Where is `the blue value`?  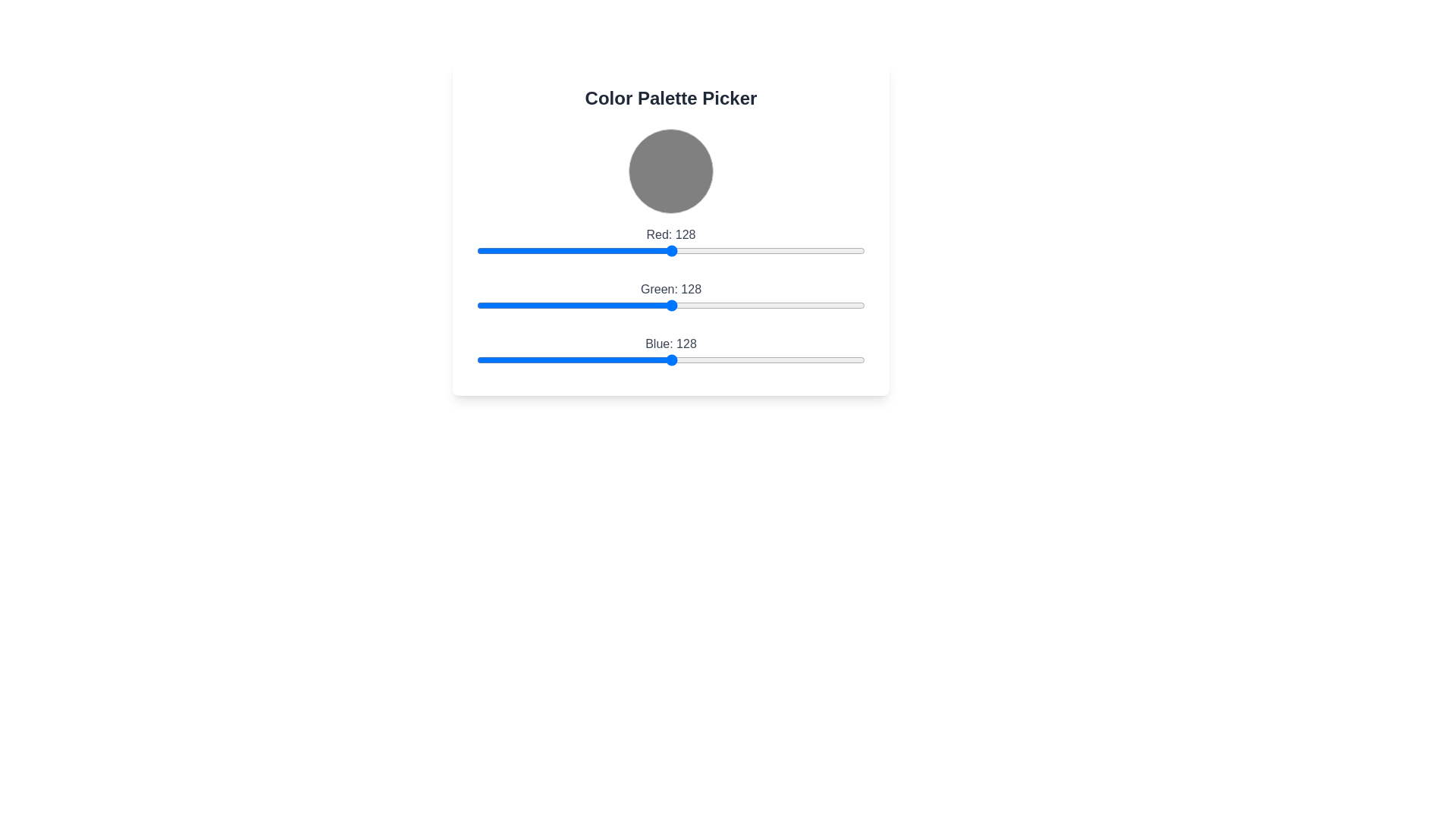 the blue value is located at coordinates (668, 359).